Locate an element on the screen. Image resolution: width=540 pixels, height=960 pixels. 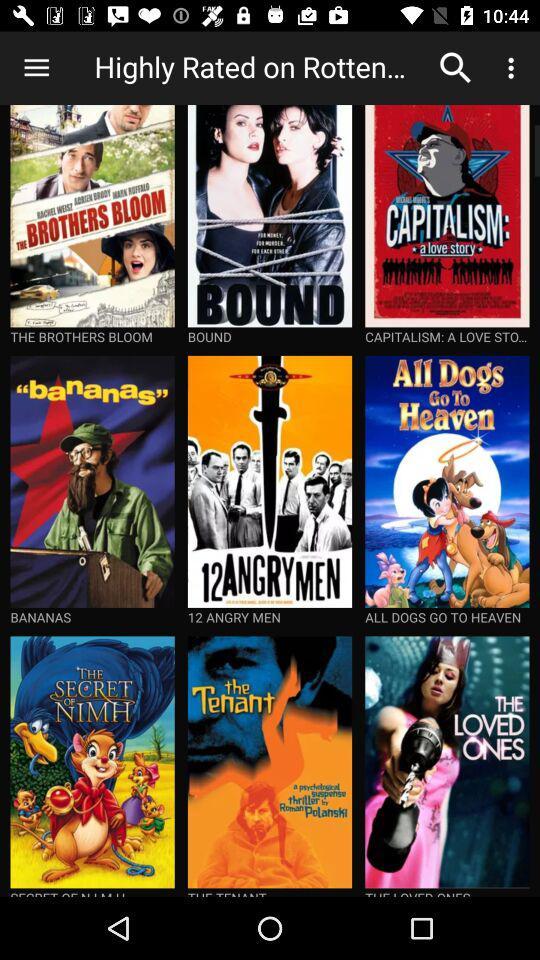
the icon next to highly rated on item is located at coordinates (455, 68).